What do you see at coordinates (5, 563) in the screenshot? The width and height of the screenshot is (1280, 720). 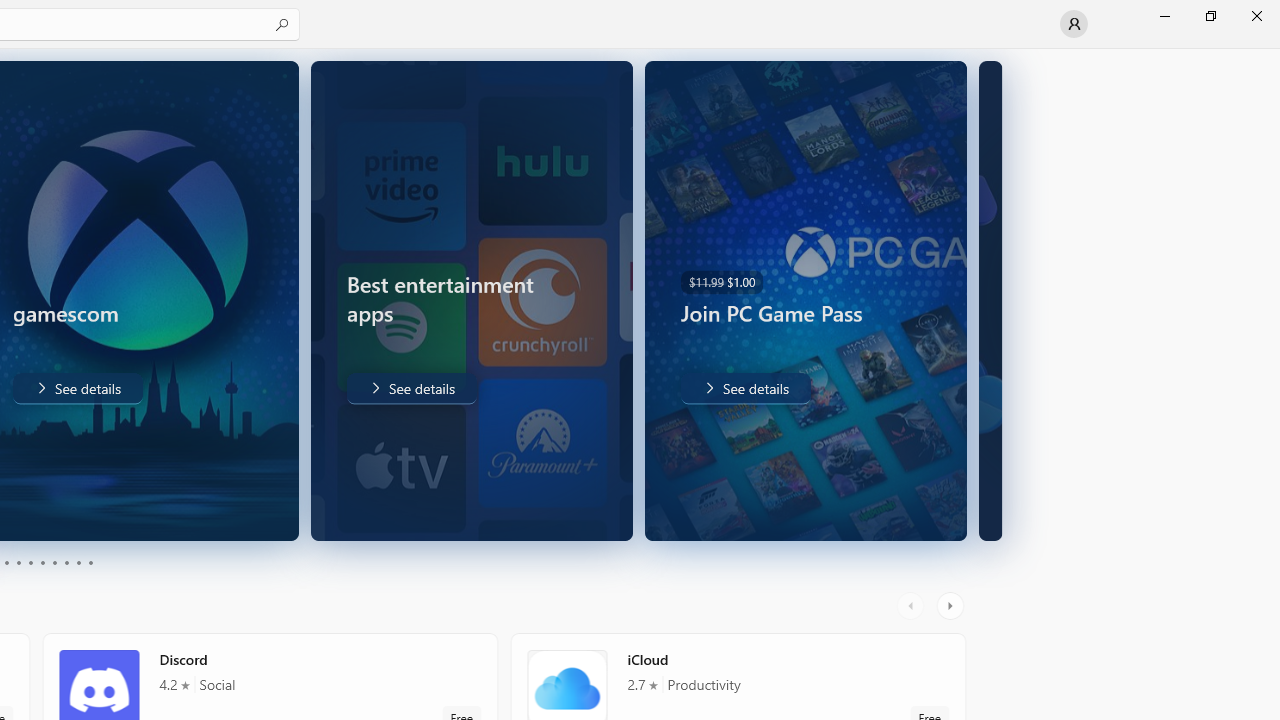 I see `'Page 3'` at bounding box center [5, 563].